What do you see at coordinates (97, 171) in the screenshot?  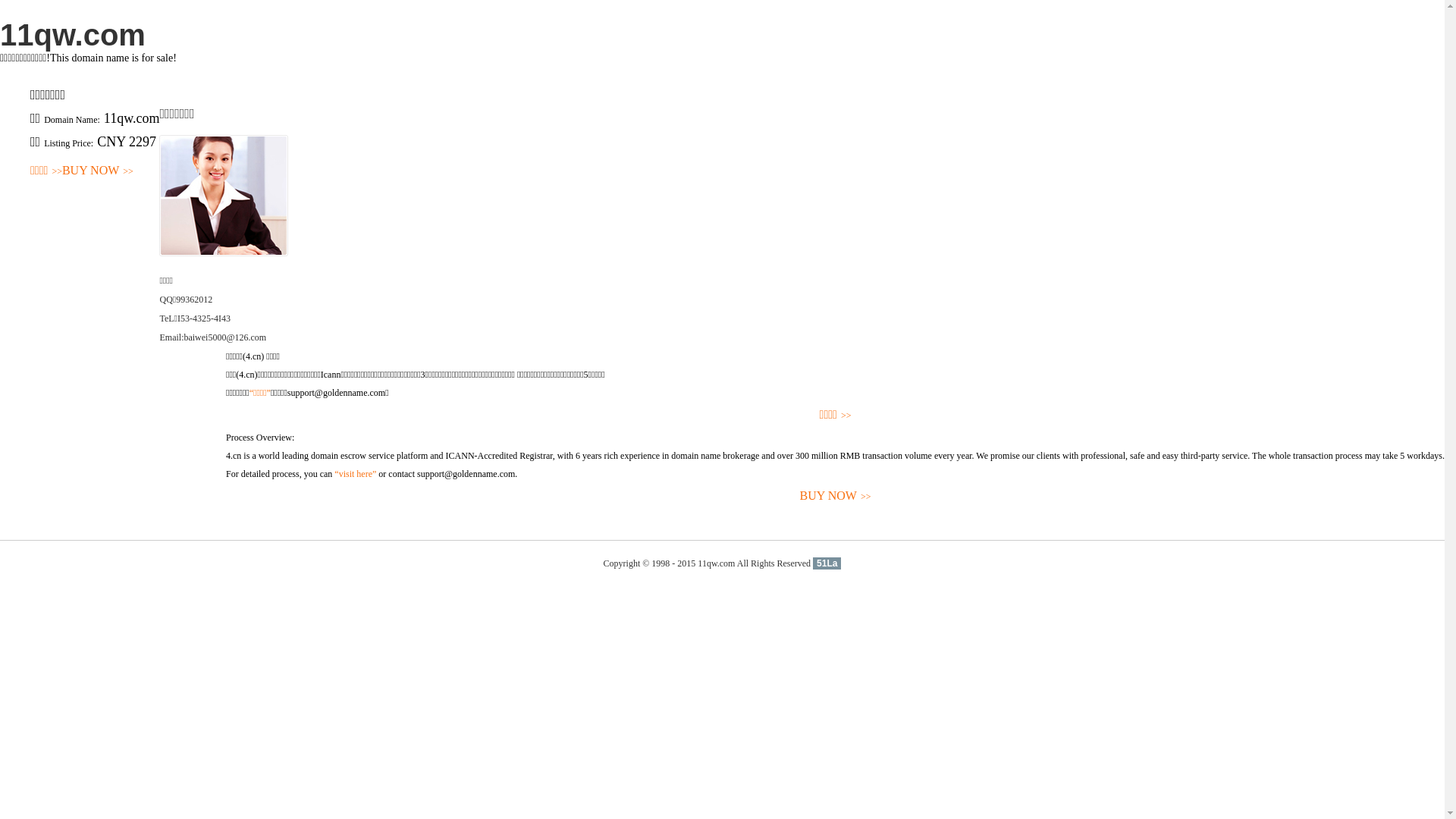 I see `'BUY NOW>>'` at bounding box center [97, 171].